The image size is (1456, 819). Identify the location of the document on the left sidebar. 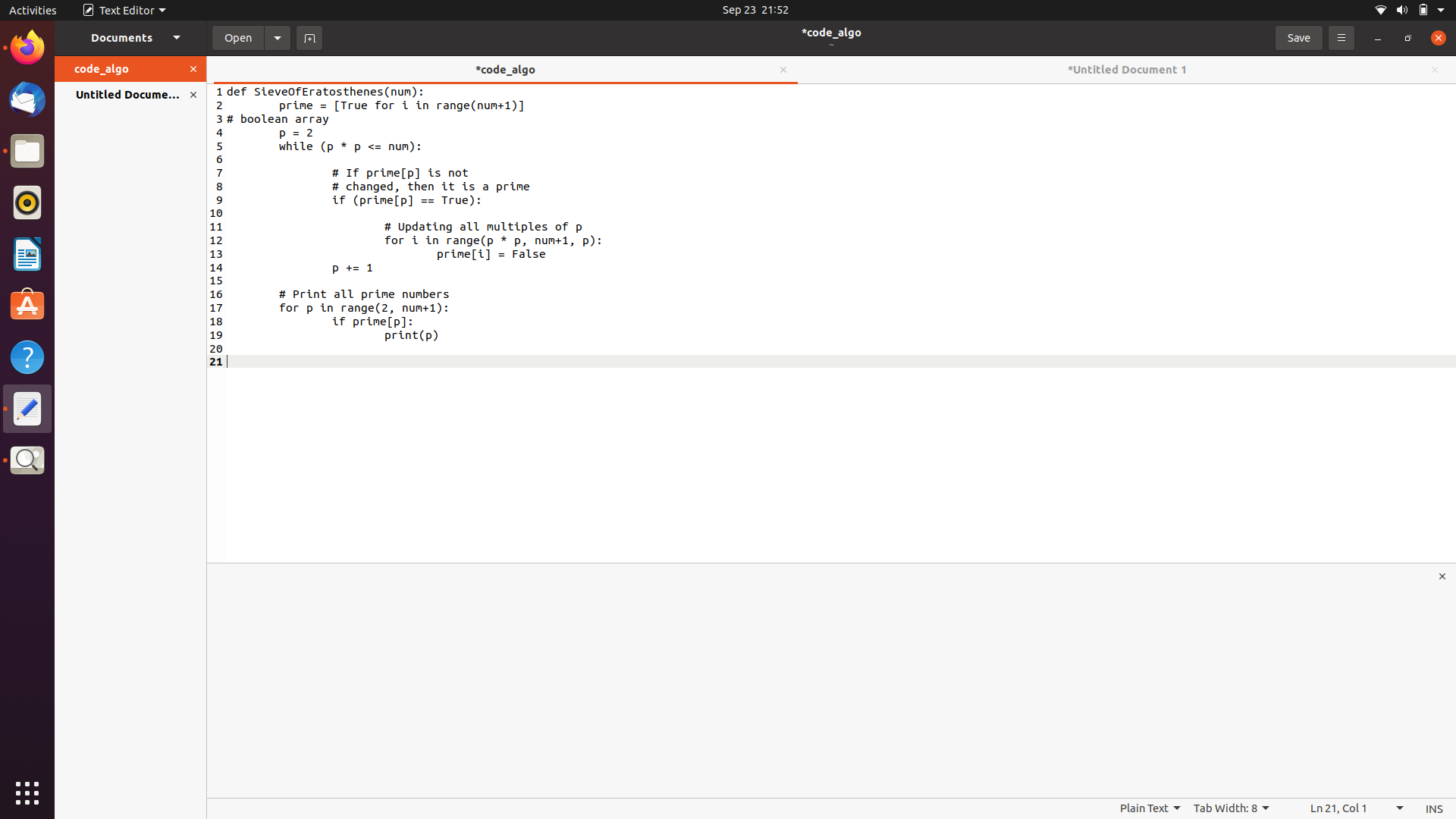
(236, 36).